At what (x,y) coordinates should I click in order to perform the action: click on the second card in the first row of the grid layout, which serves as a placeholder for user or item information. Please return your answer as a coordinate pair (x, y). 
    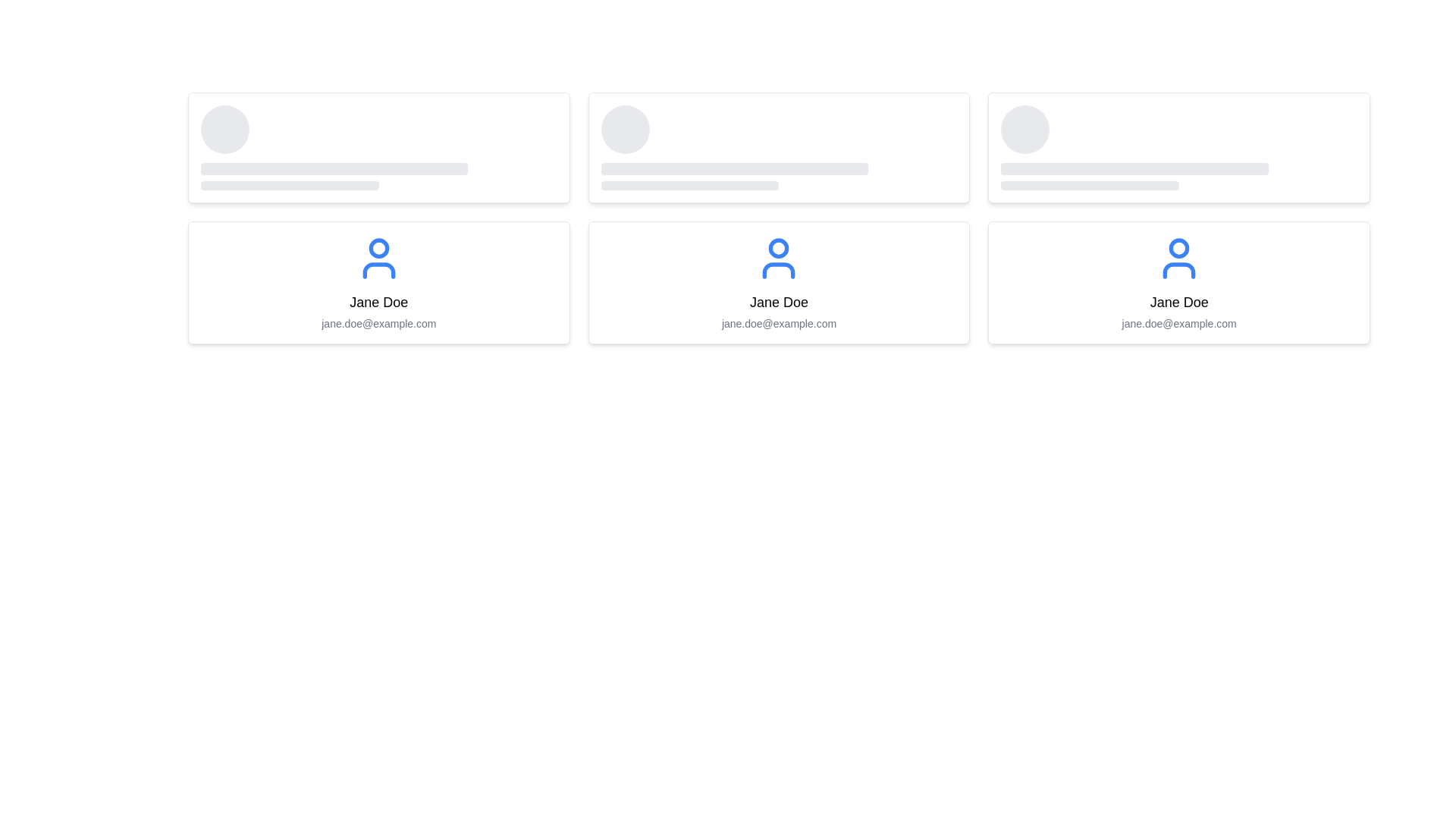
    Looking at the image, I should click on (779, 148).